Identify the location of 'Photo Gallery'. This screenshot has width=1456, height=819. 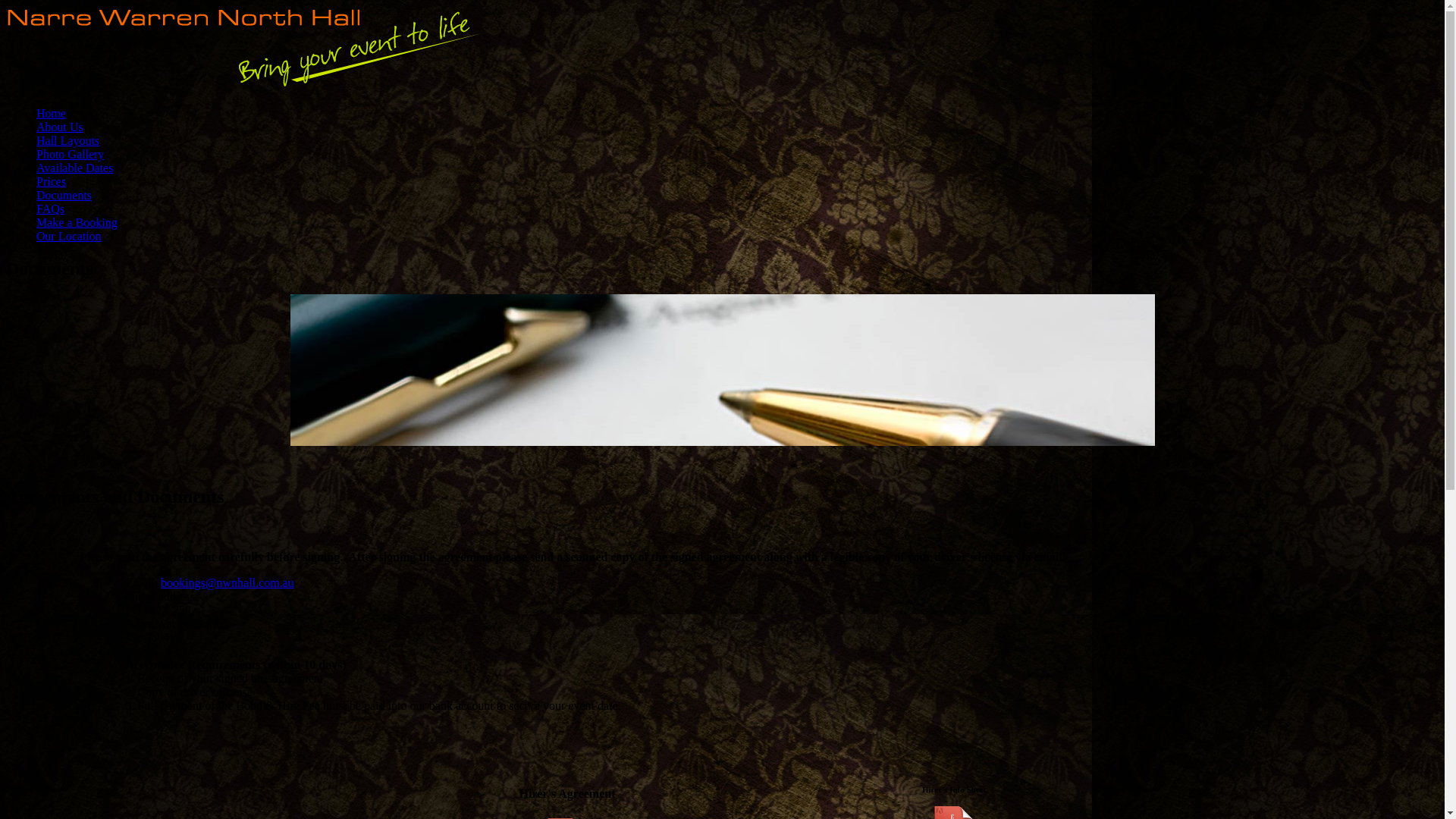
(36, 154).